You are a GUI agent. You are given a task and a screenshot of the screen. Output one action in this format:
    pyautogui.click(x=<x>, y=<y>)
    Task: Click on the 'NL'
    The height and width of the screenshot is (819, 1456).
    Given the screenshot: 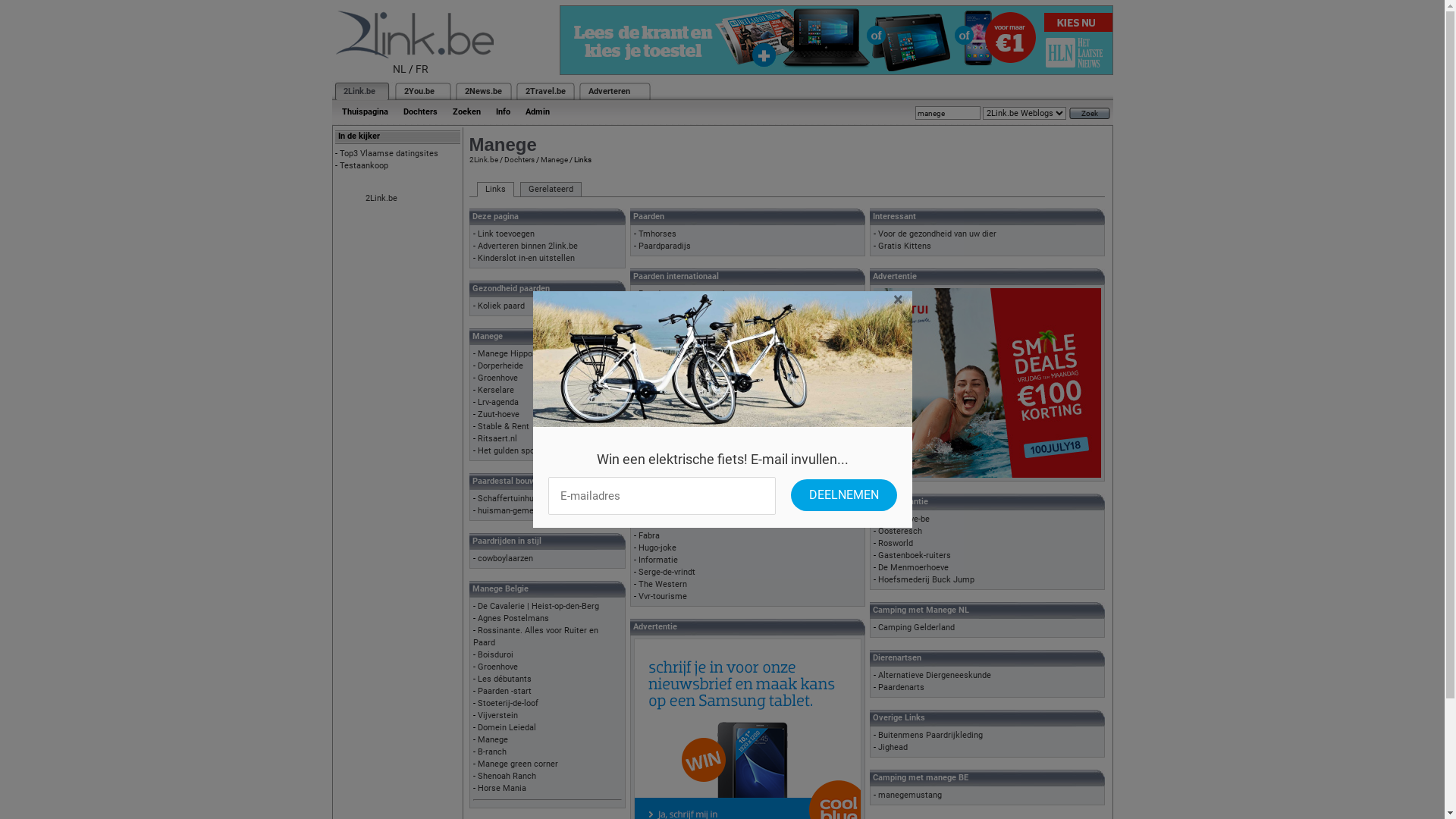 What is the action you would take?
    pyautogui.click(x=400, y=69)
    